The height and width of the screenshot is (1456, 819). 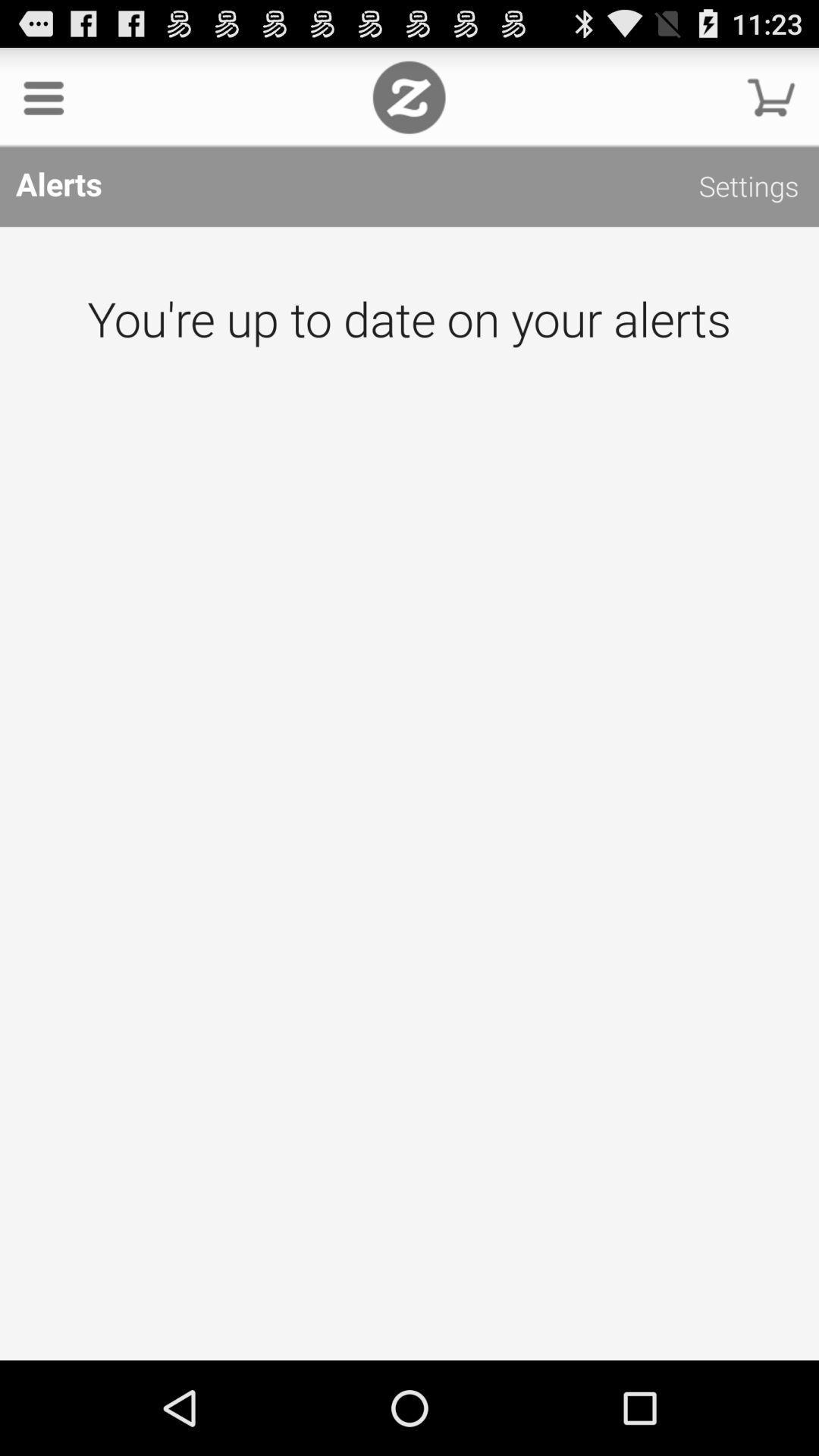 What do you see at coordinates (771, 96) in the screenshot?
I see `click the blinking box if you want to add something to your shopping cart to buy` at bounding box center [771, 96].